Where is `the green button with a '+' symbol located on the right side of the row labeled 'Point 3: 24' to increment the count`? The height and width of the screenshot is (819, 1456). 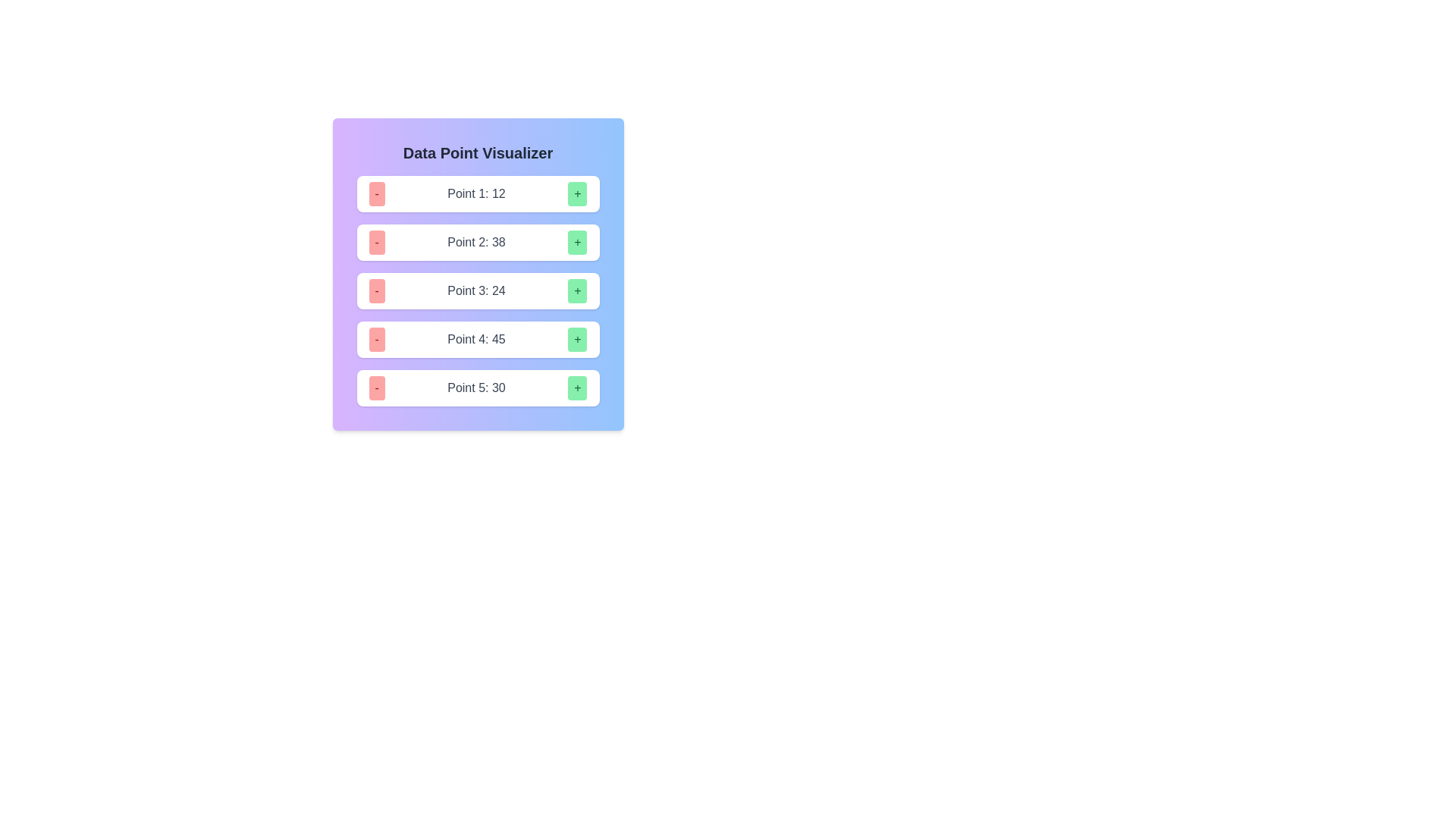 the green button with a '+' symbol located on the right side of the row labeled 'Point 3: 24' to increment the count is located at coordinates (576, 291).